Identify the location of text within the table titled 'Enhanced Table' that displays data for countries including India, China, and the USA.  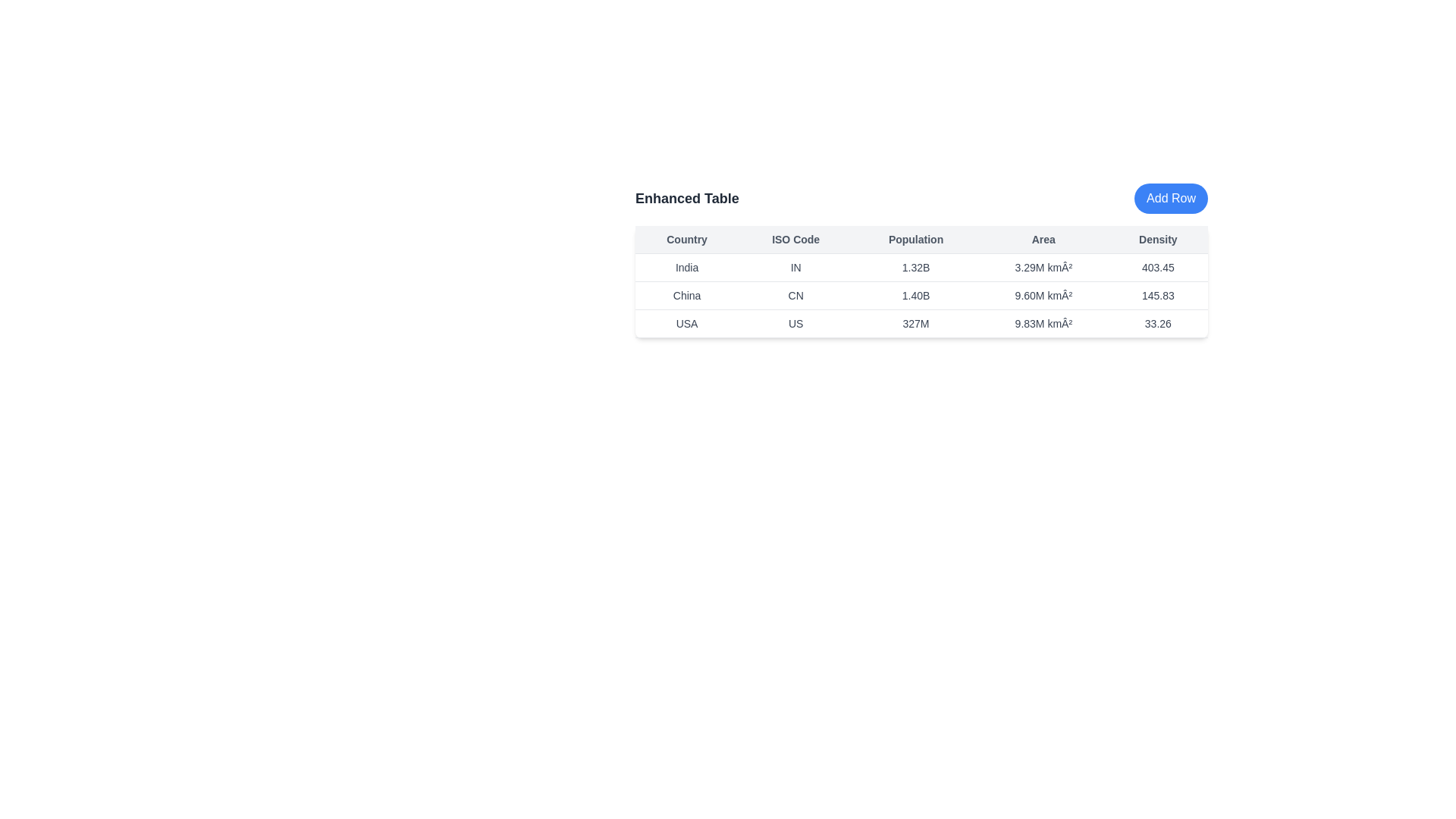
(921, 281).